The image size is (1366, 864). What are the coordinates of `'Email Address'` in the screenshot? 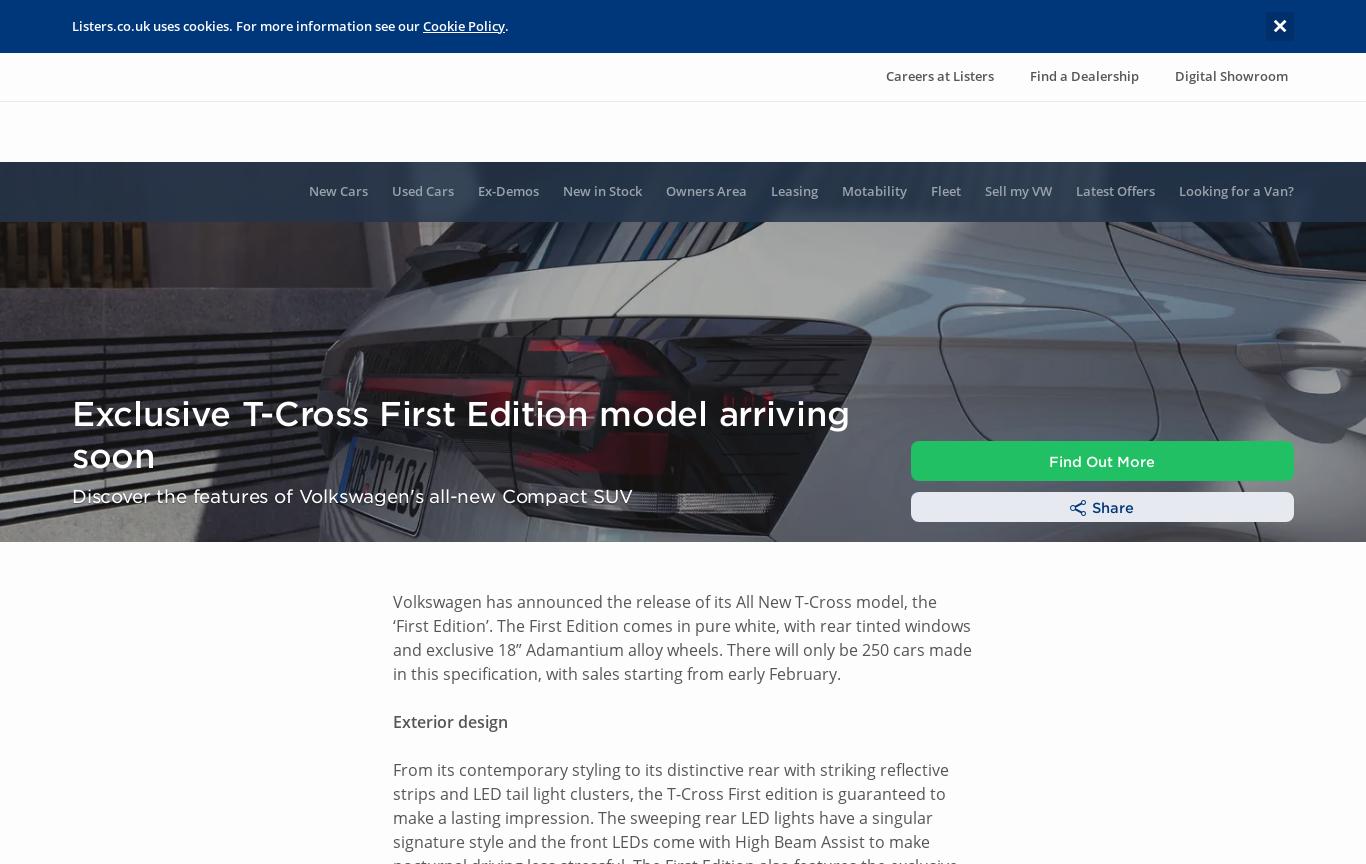 It's located at (111, 57).